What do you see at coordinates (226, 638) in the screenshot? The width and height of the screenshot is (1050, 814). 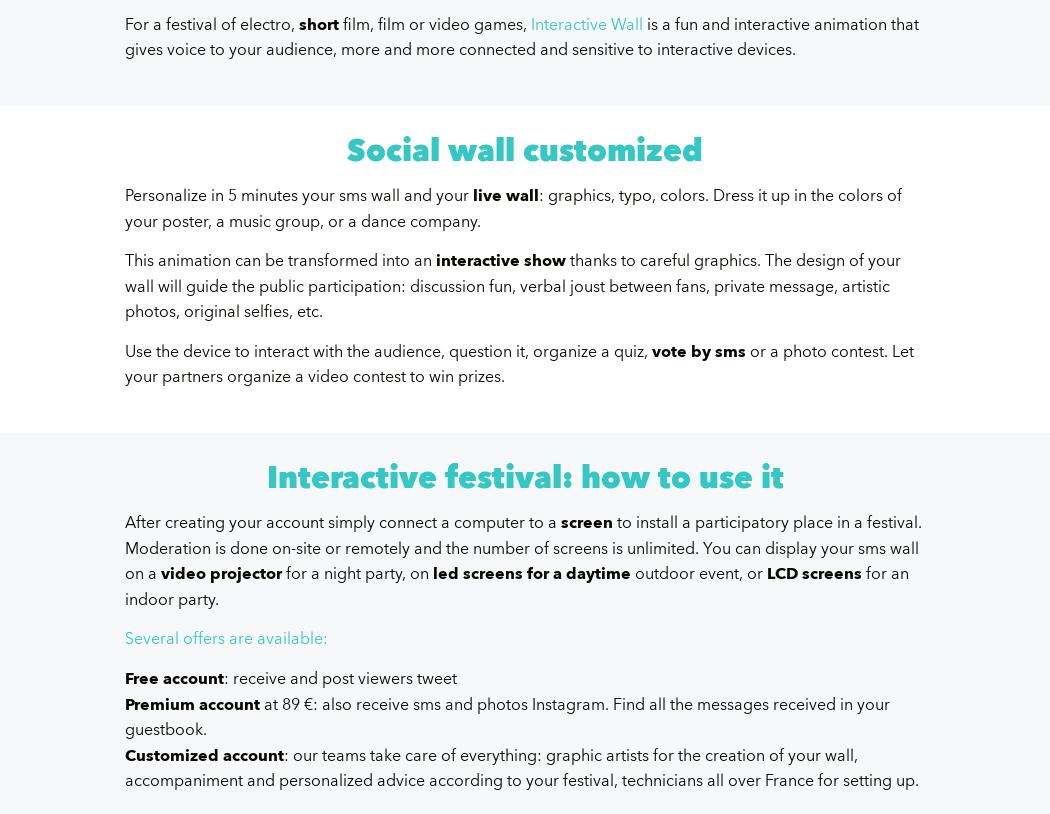 I see `'Several offers are available:'` at bounding box center [226, 638].